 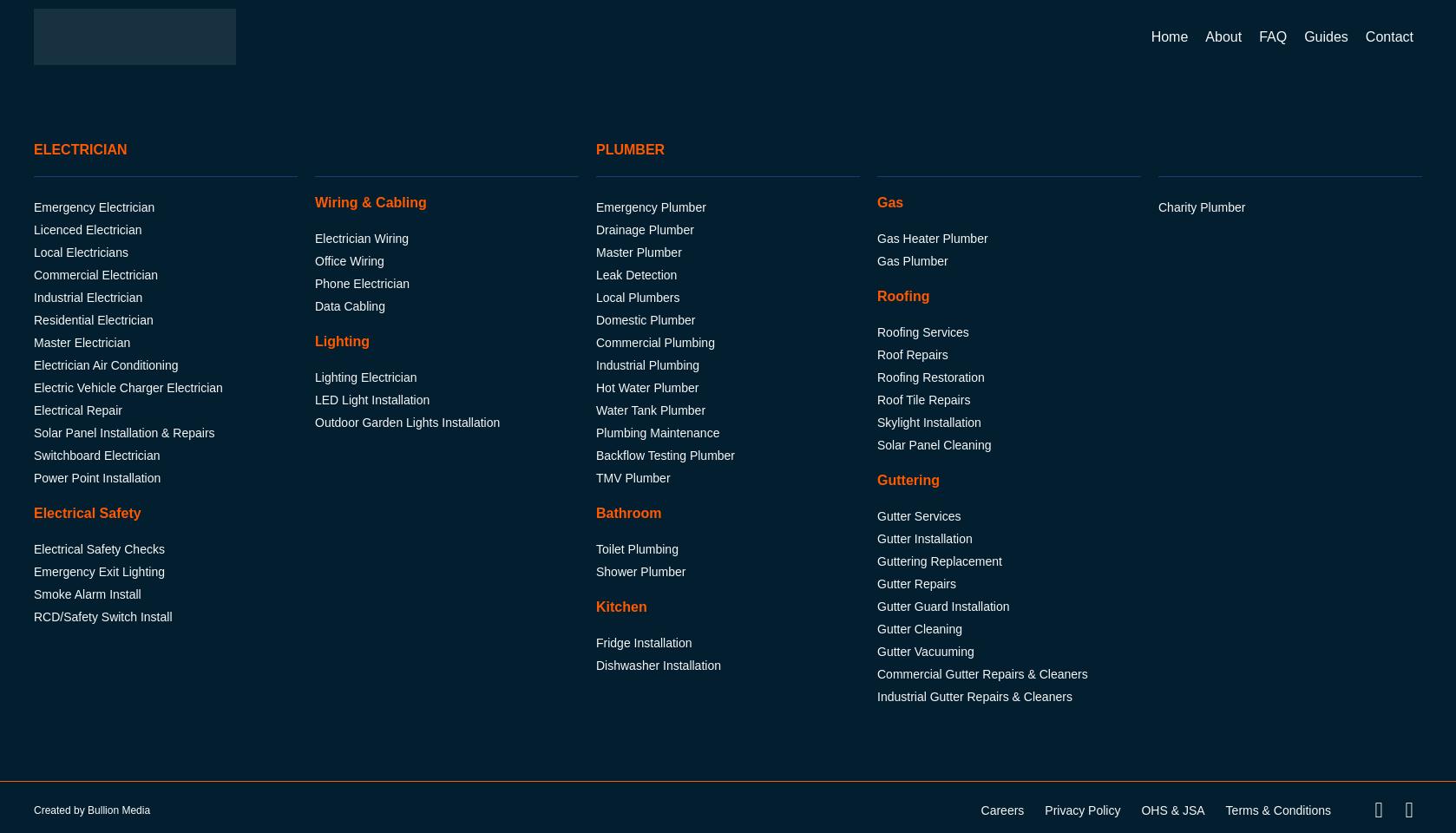 What do you see at coordinates (314, 259) in the screenshot?
I see `'Office Wiring'` at bounding box center [314, 259].